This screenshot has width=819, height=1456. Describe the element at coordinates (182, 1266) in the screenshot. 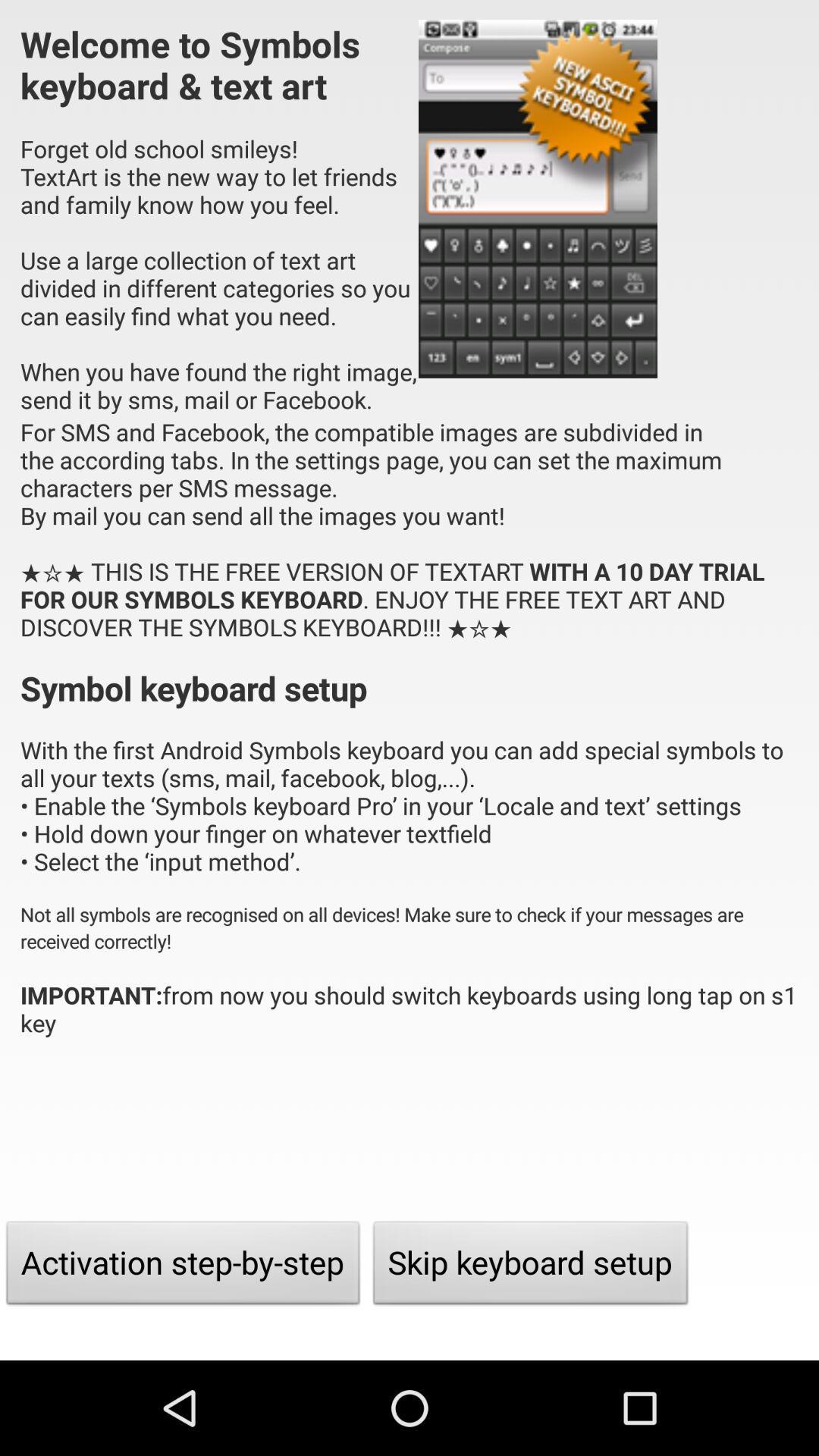

I see `the item at the bottom left corner` at that location.